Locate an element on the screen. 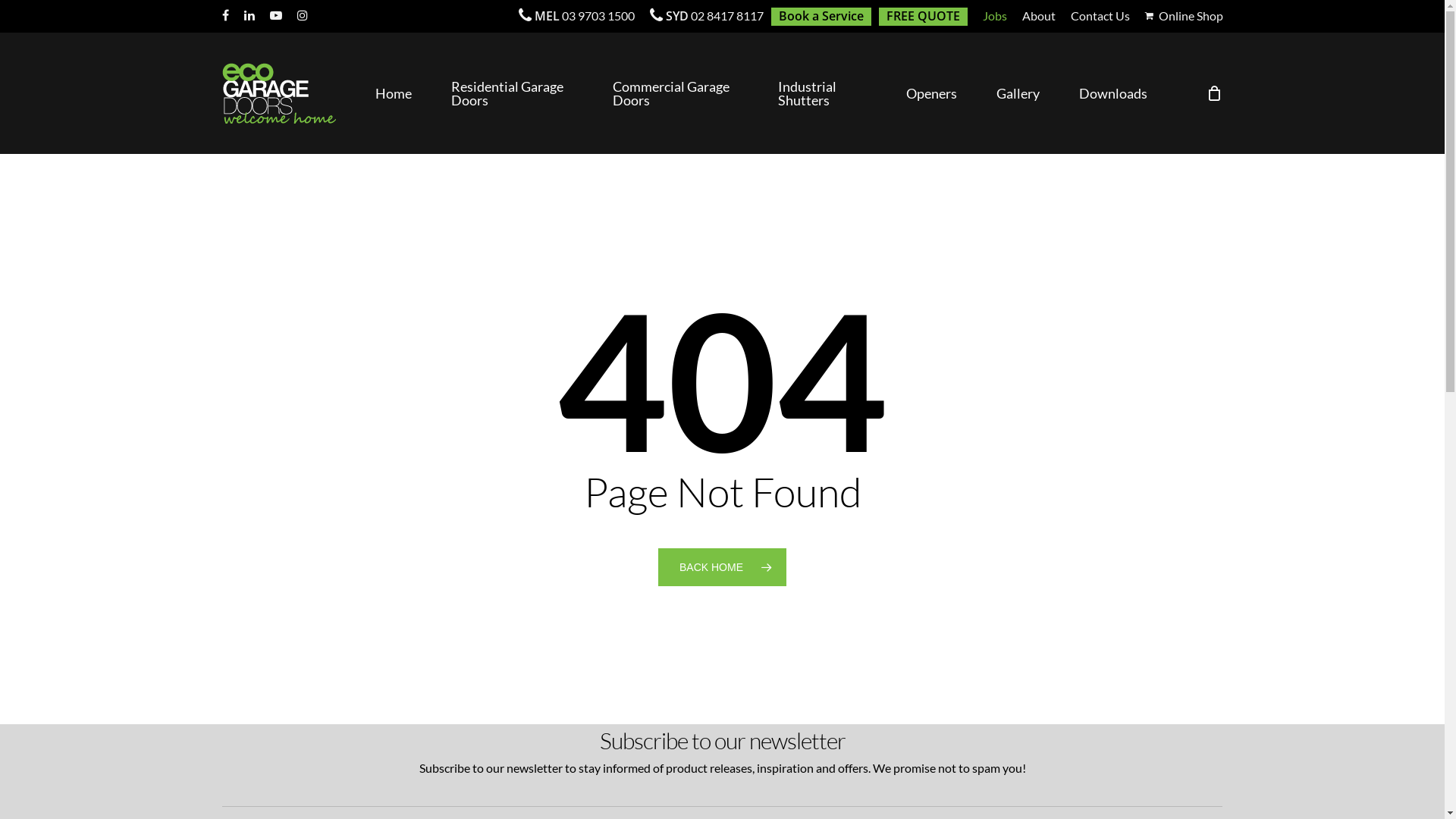 The height and width of the screenshot is (819, 1456). 'Gallery' is located at coordinates (1018, 93).